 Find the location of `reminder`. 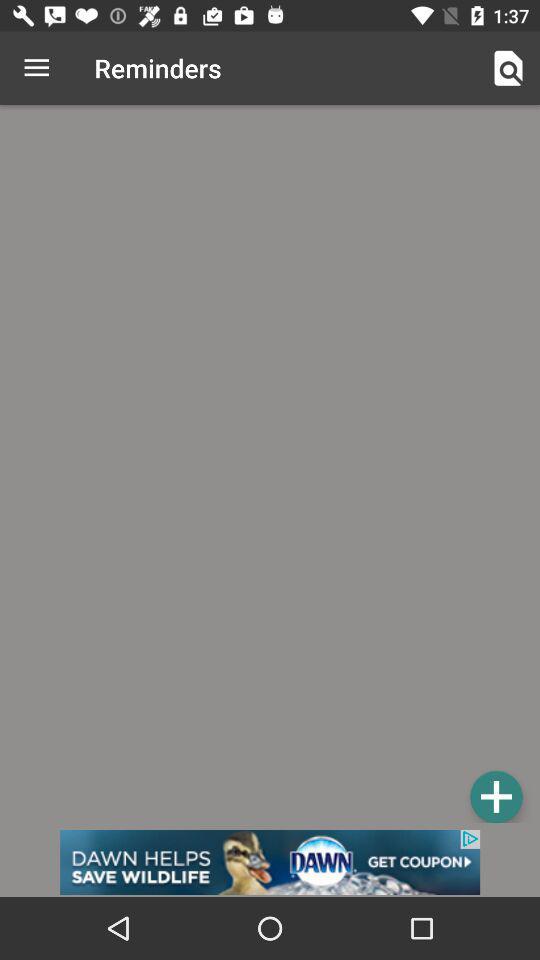

reminder is located at coordinates (270, 467).